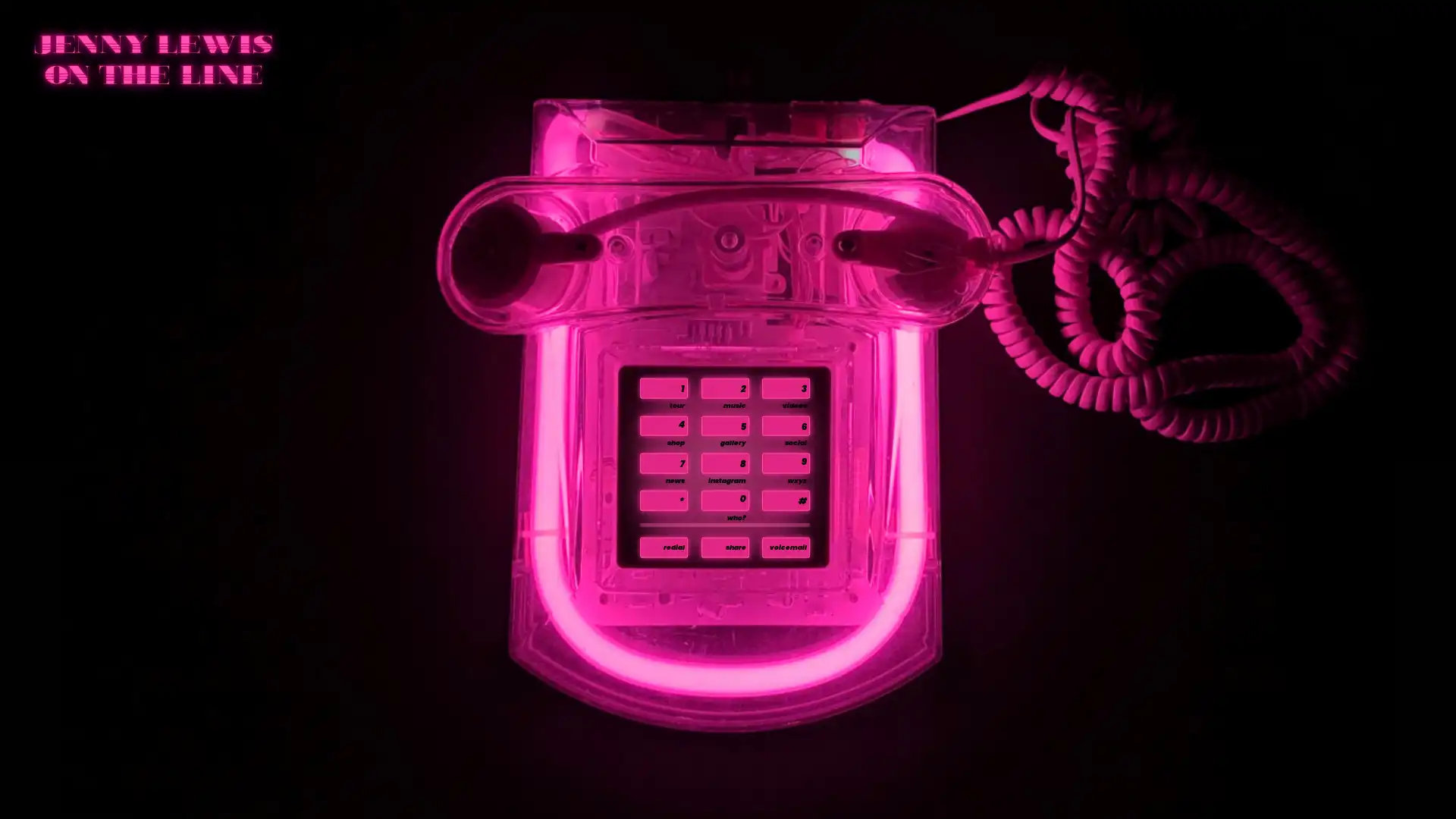  What do you see at coordinates (723, 425) in the screenshot?
I see `5 gallery` at bounding box center [723, 425].